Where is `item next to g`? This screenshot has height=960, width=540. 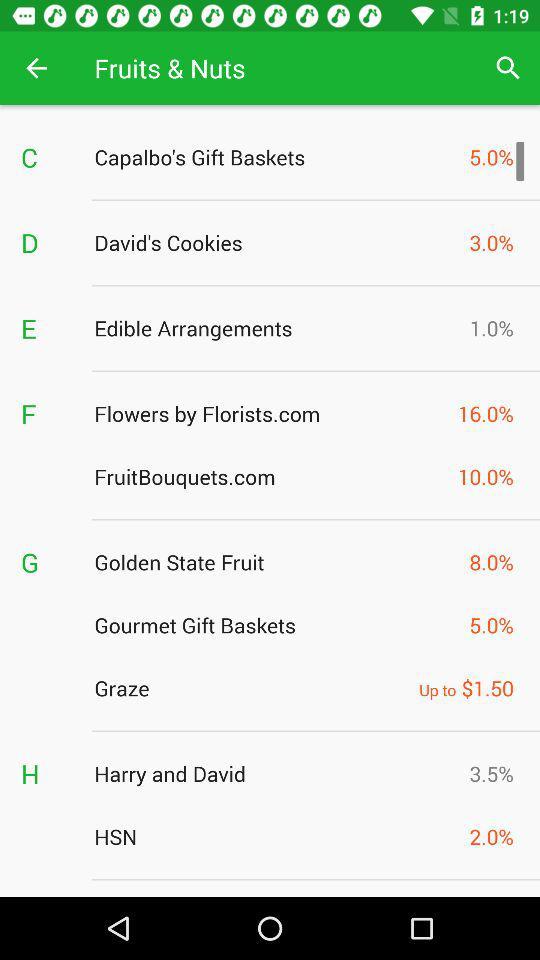
item next to g is located at coordinates (275, 562).